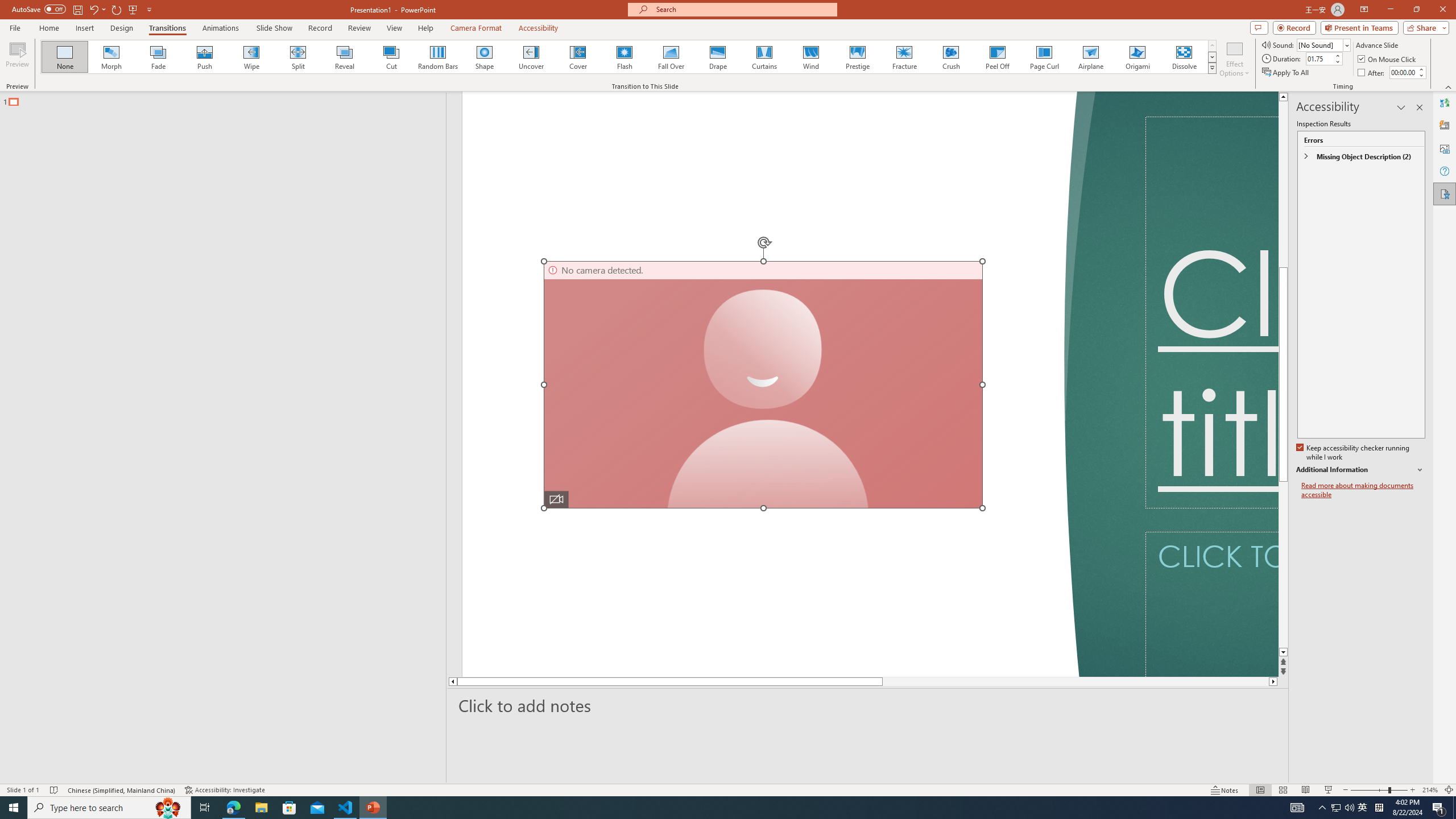  What do you see at coordinates (1043, 56) in the screenshot?
I see `'Page Curl'` at bounding box center [1043, 56].